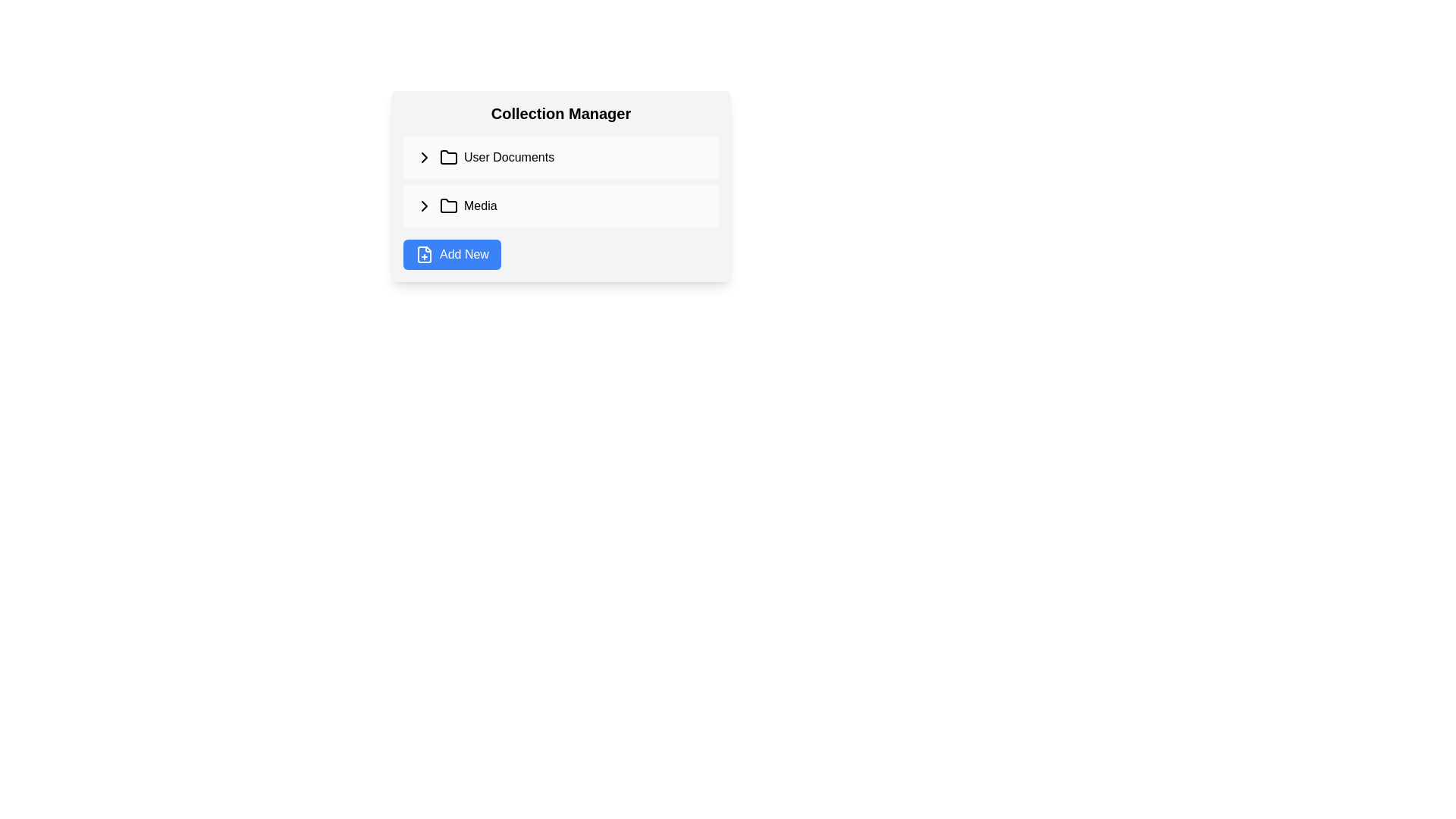 The height and width of the screenshot is (819, 1456). What do you see at coordinates (463, 253) in the screenshot?
I see `the label of the button located in the bottom-left corner of the 'Collection Manager' interface, which is directly to the right of the file-plus icon` at bounding box center [463, 253].